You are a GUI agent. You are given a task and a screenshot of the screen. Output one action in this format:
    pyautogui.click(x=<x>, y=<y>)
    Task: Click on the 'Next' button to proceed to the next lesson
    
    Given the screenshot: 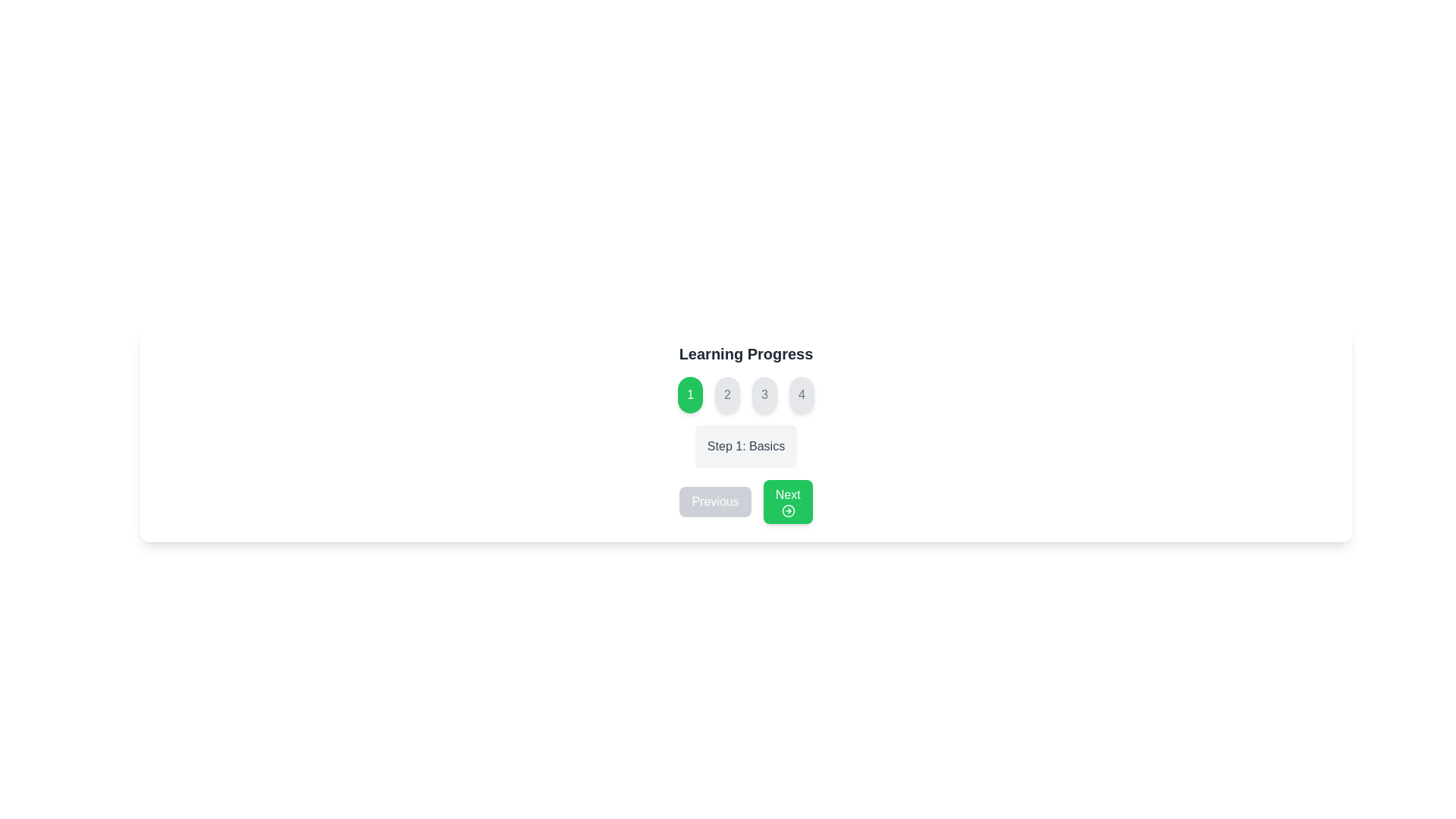 What is the action you would take?
    pyautogui.click(x=788, y=502)
    